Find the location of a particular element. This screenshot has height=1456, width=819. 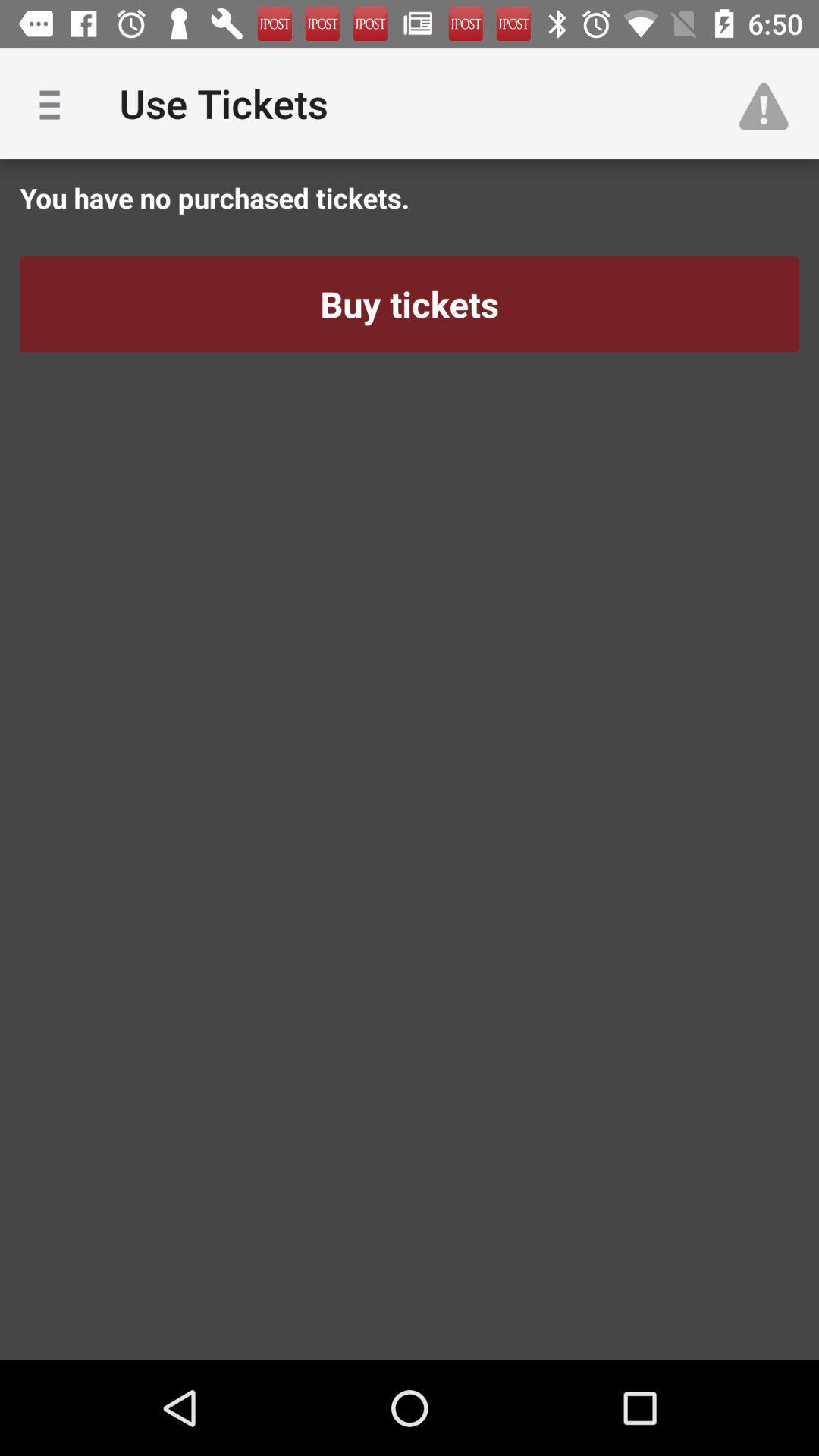

the buy tickets item is located at coordinates (409, 303).